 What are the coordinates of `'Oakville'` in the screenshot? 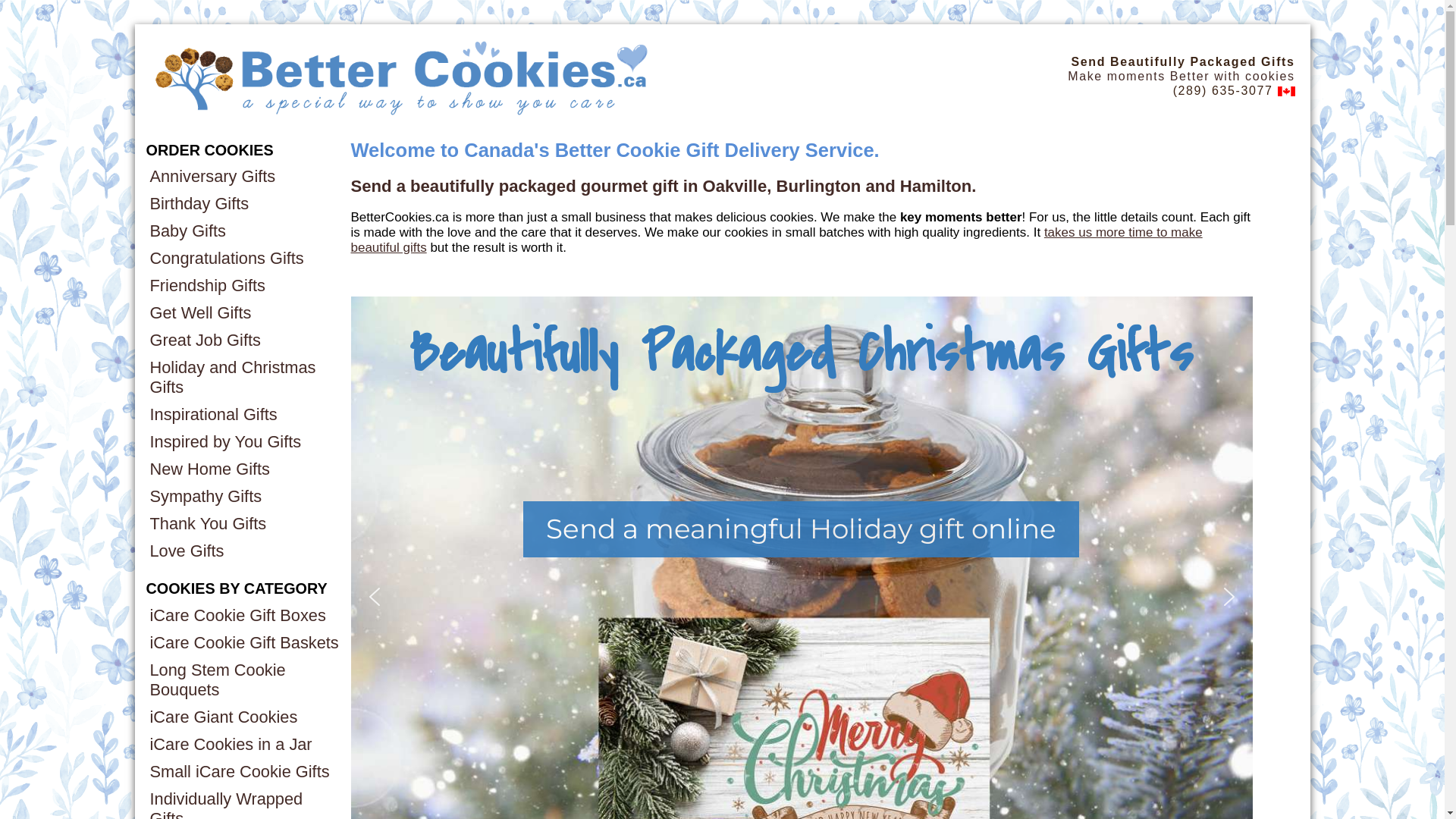 It's located at (735, 185).